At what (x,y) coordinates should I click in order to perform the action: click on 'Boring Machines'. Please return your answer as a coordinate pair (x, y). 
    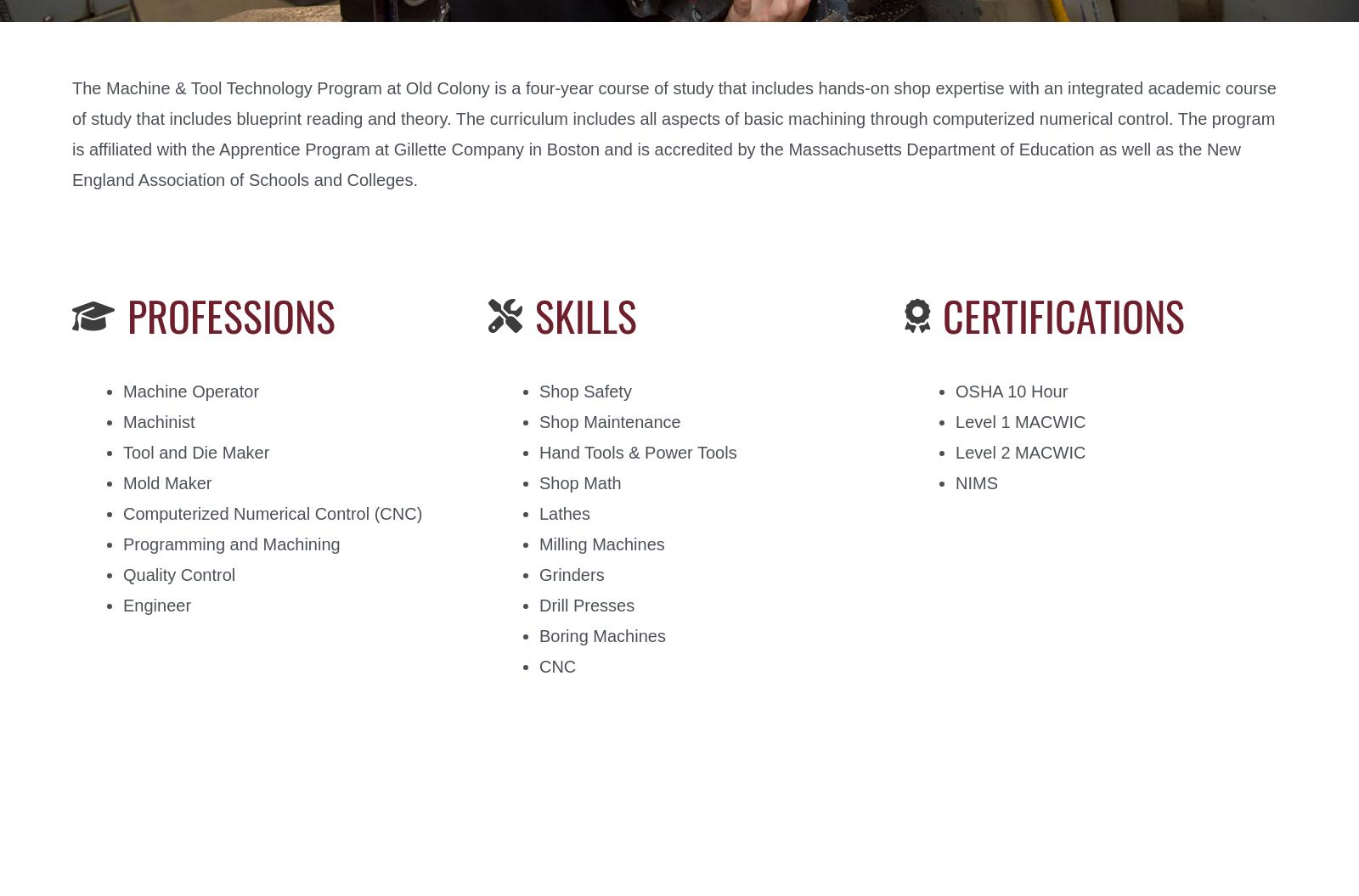
    Looking at the image, I should click on (538, 636).